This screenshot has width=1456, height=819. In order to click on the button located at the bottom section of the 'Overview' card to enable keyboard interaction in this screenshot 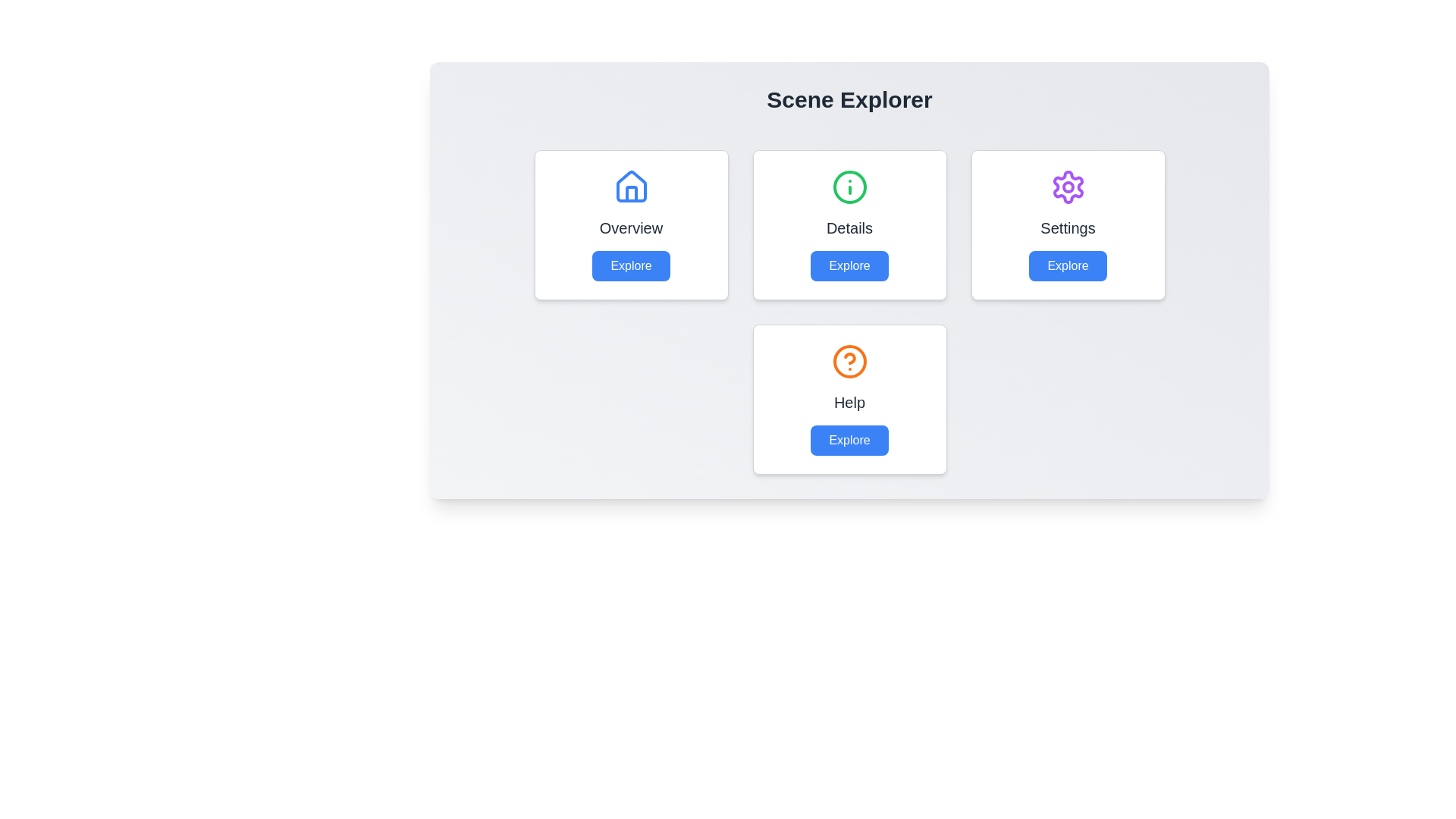, I will do `click(631, 265)`.